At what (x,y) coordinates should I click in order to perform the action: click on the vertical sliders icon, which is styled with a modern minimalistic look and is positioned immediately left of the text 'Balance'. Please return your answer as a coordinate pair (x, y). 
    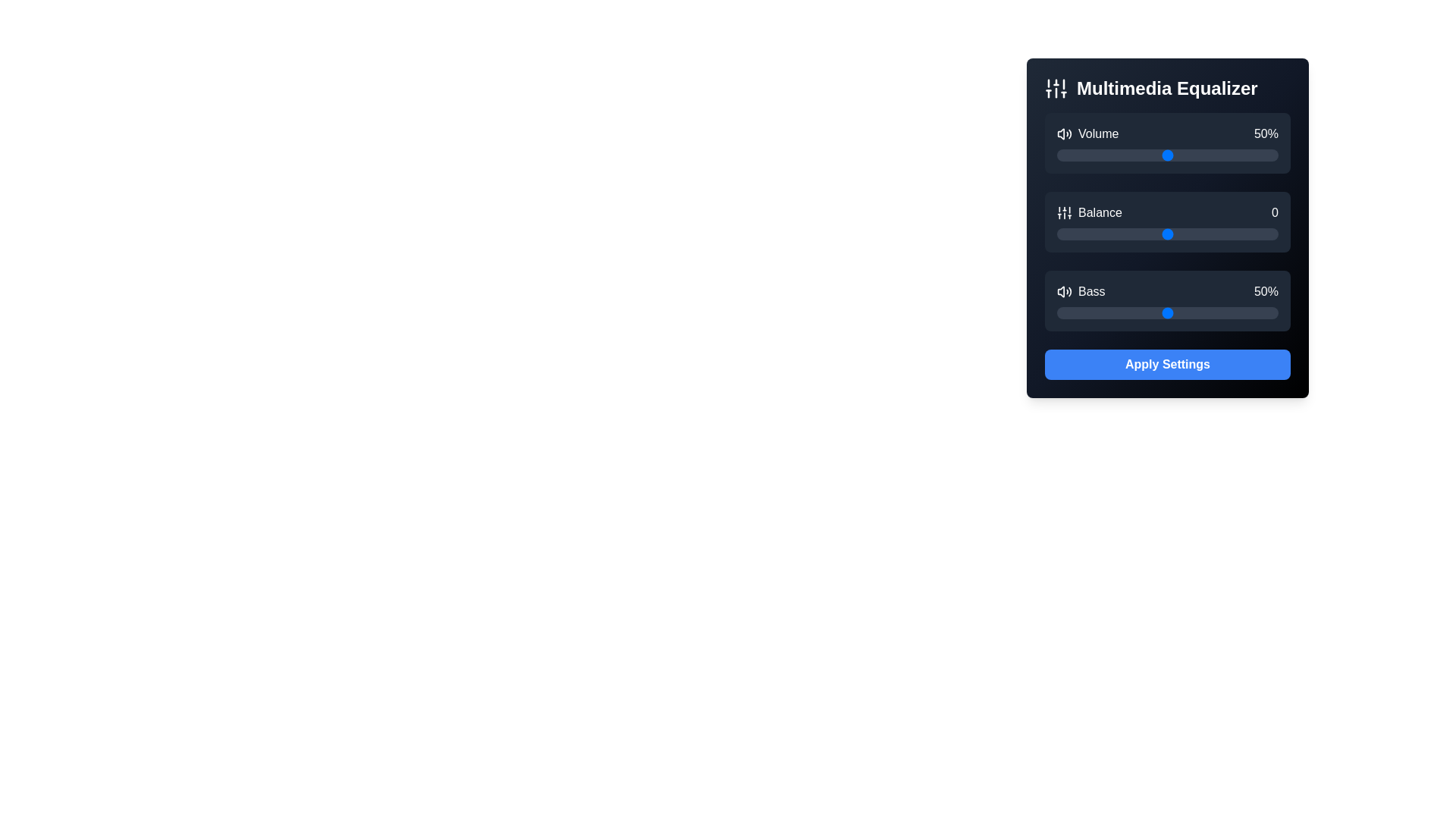
    Looking at the image, I should click on (1063, 213).